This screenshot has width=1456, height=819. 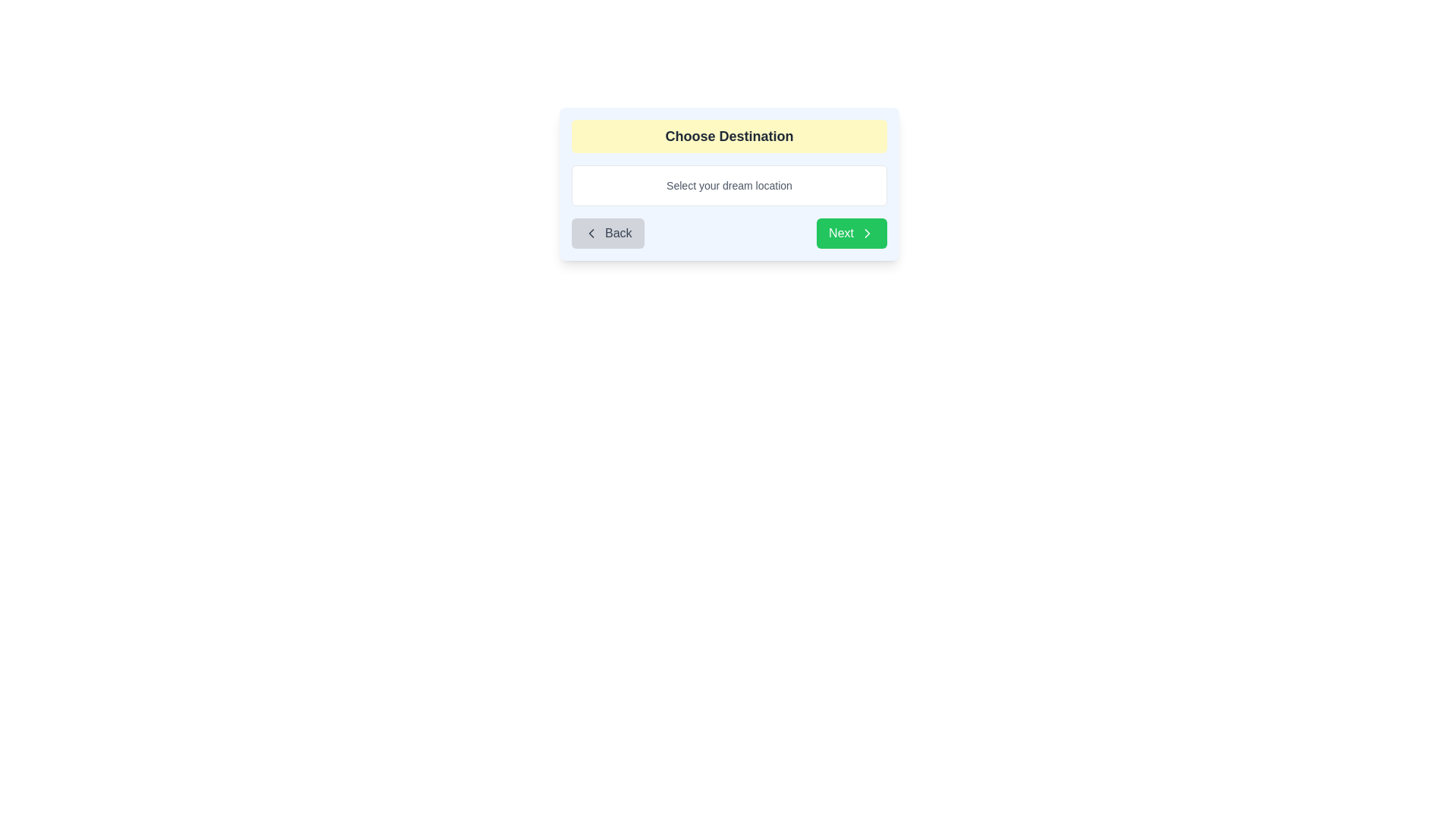 I want to click on the leftward-pointing chevron icon within the back button located to the left of the 'Next' button, so click(x=590, y=234).